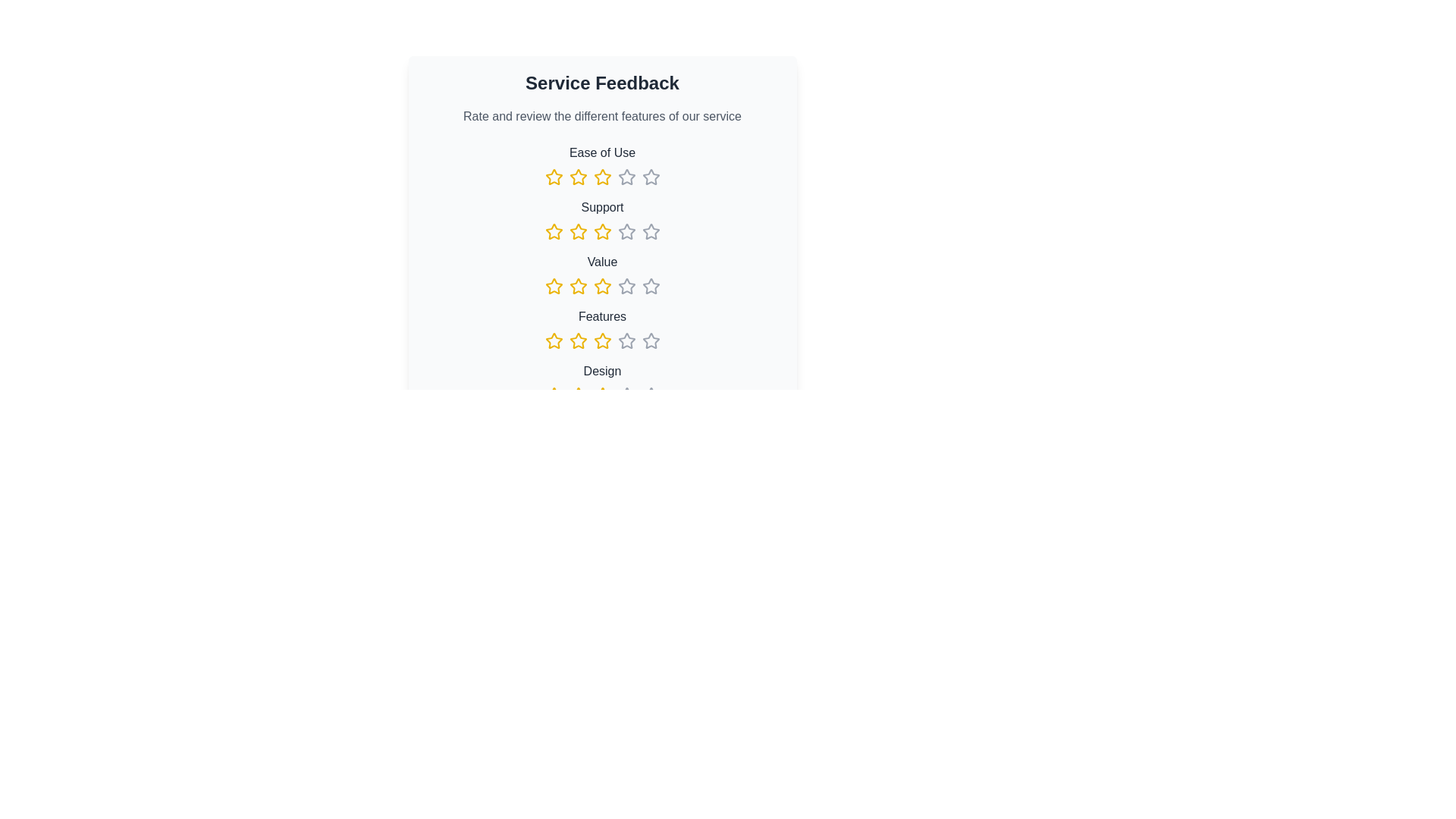 This screenshot has height=819, width=1456. I want to click on the second star icon representing the user's rating for the 'Support' category, so click(553, 231).